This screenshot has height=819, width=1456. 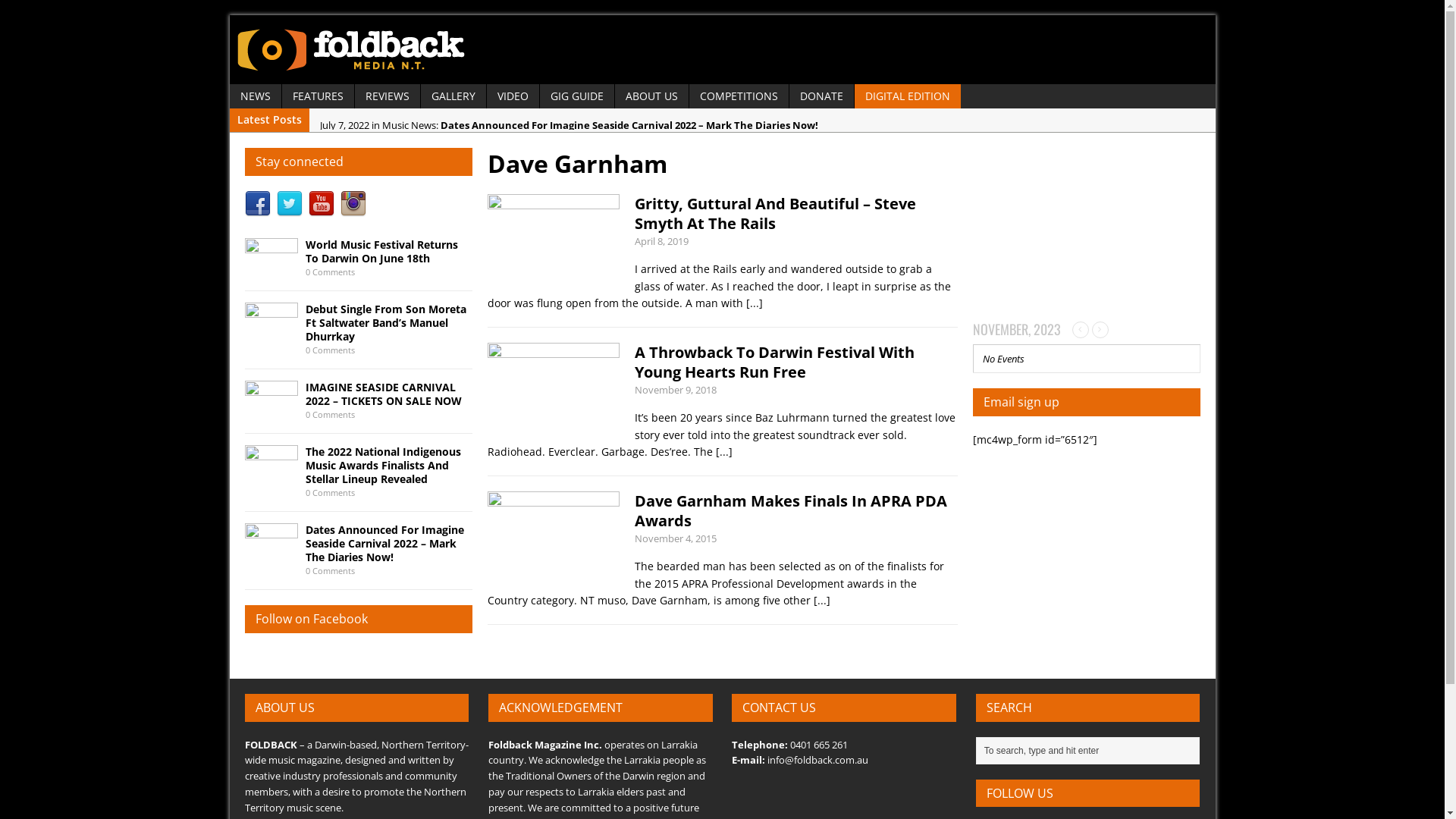 I want to click on 'NEWS', so click(x=228, y=96).